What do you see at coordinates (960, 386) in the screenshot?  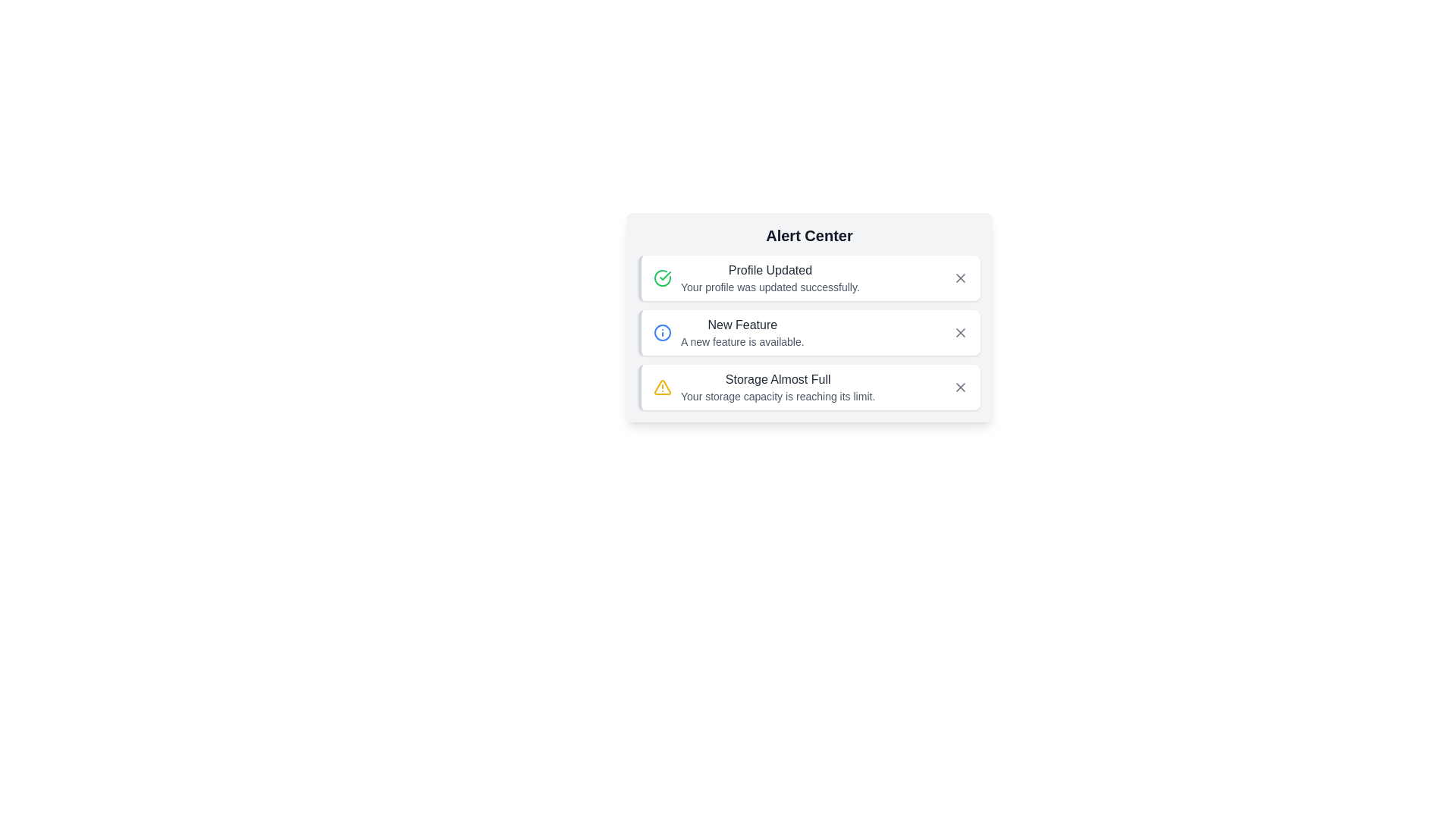 I see `the close button icon located at the far-right edge of the 'Storage Almost Full' notification panel to trigger a style change` at bounding box center [960, 386].